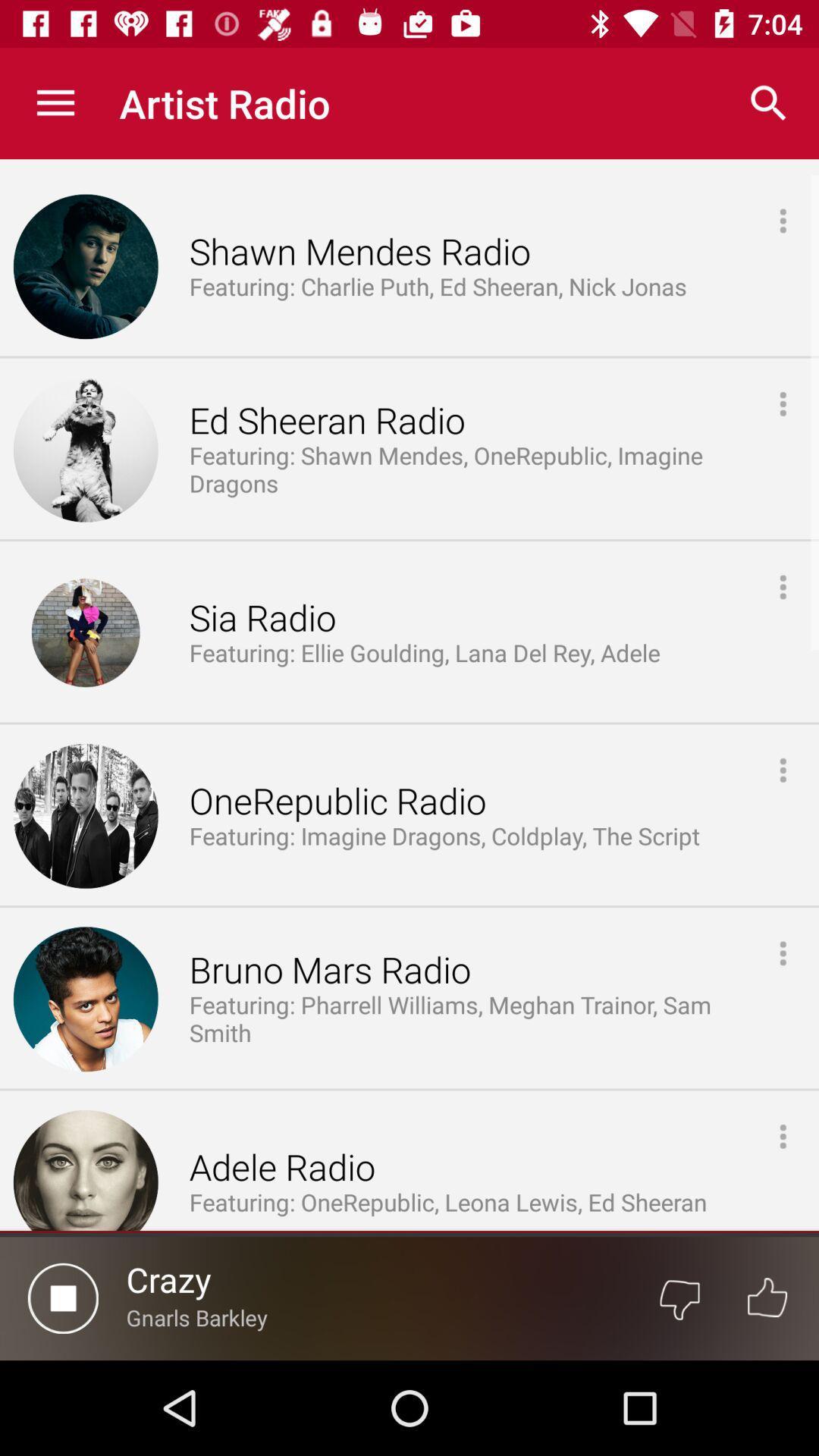  I want to click on the thumbs_up icon, so click(767, 1298).